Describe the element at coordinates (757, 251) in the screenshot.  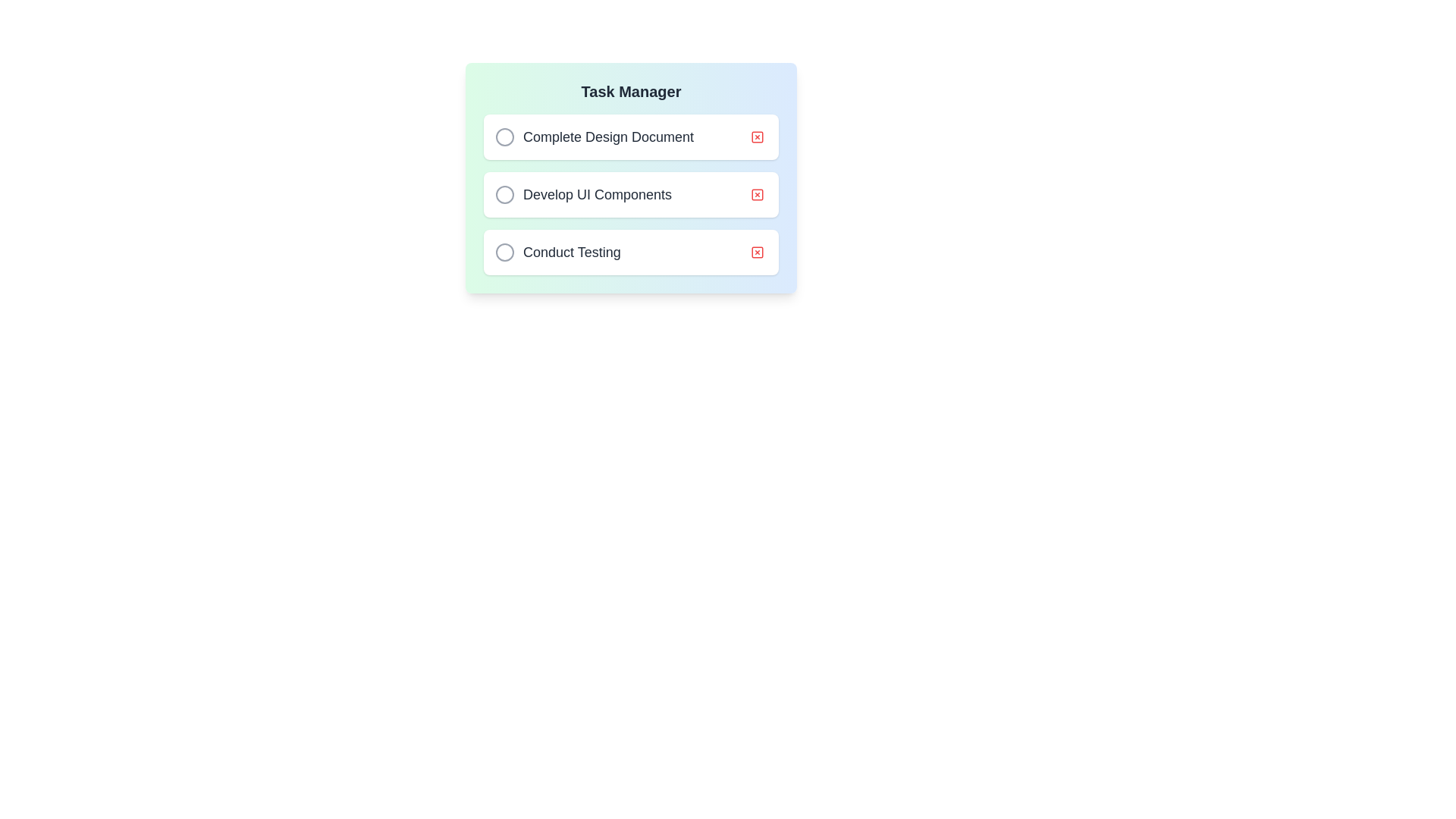
I see `the unfilled checkbox visual element located inside the button group of the 'Task Manager' list, positioned towards the right end of a task entry` at that location.